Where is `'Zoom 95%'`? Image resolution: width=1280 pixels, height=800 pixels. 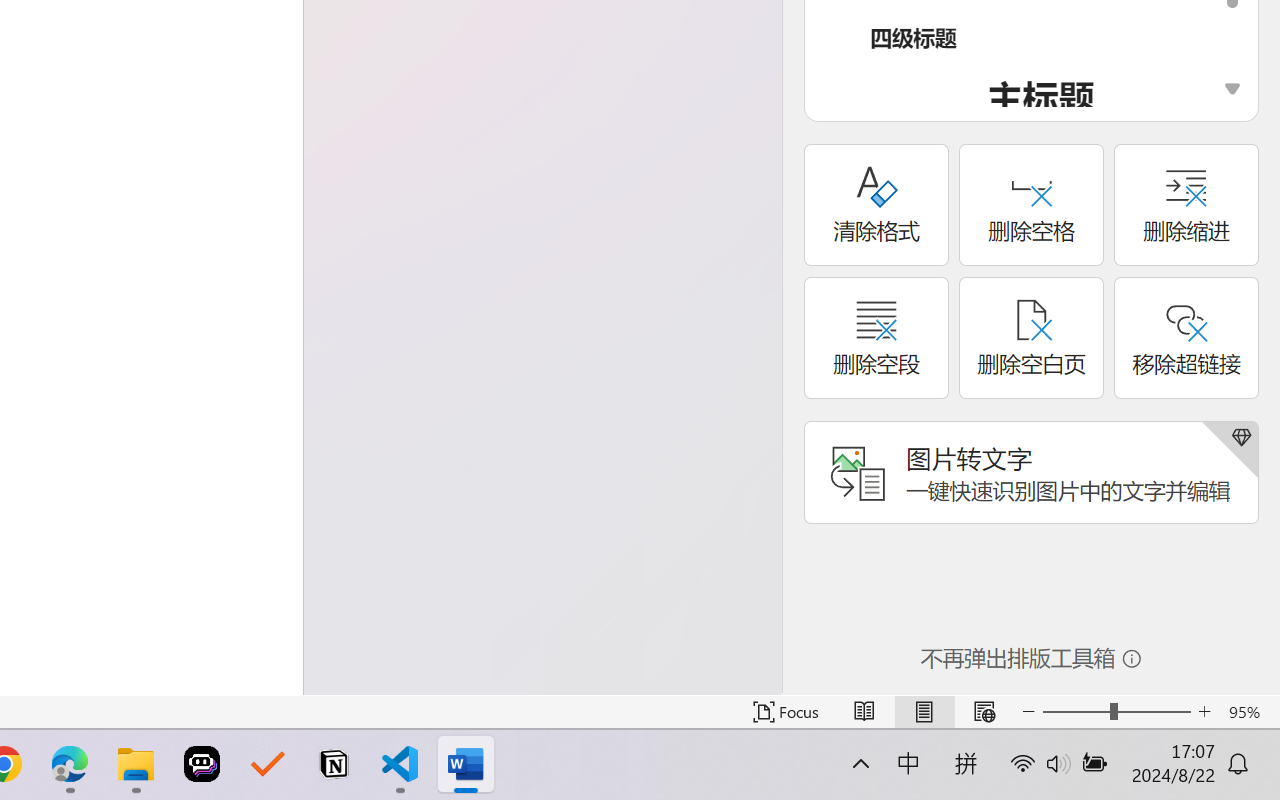 'Zoom 95%' is located at coordinates (1248, 711).